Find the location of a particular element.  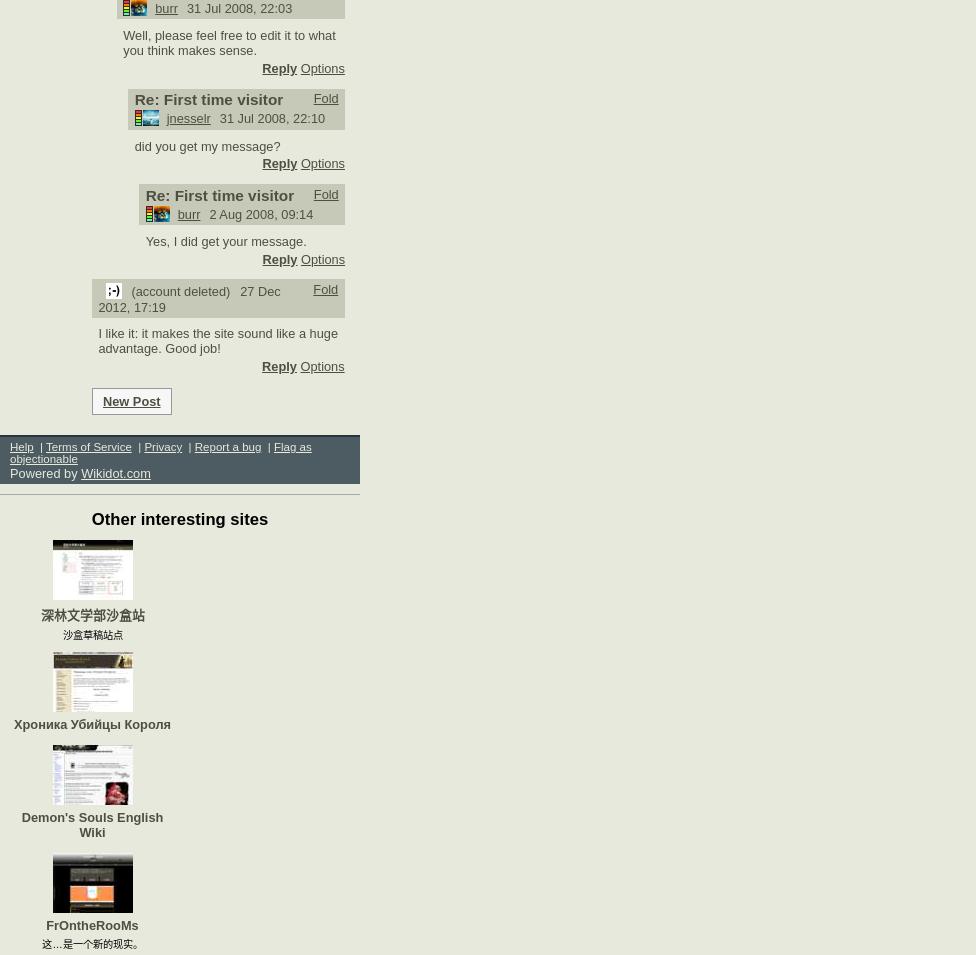

'I like it: it makes the site sound like a huge advantage. Good job!' is located at coordinates (217, 340).